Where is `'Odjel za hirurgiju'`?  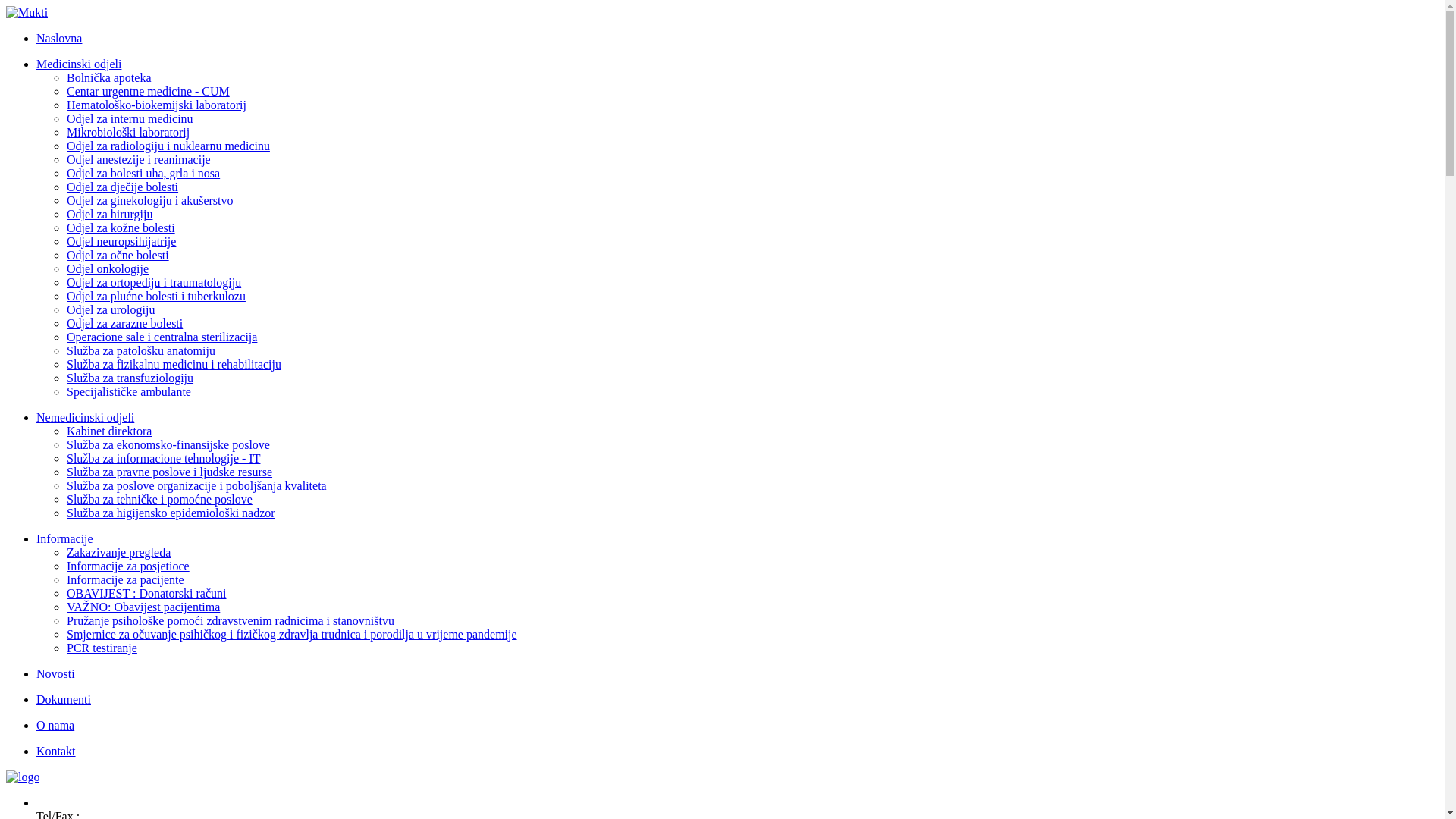 'Odjel za hirurgiju' is located at coordinates (108, 214).